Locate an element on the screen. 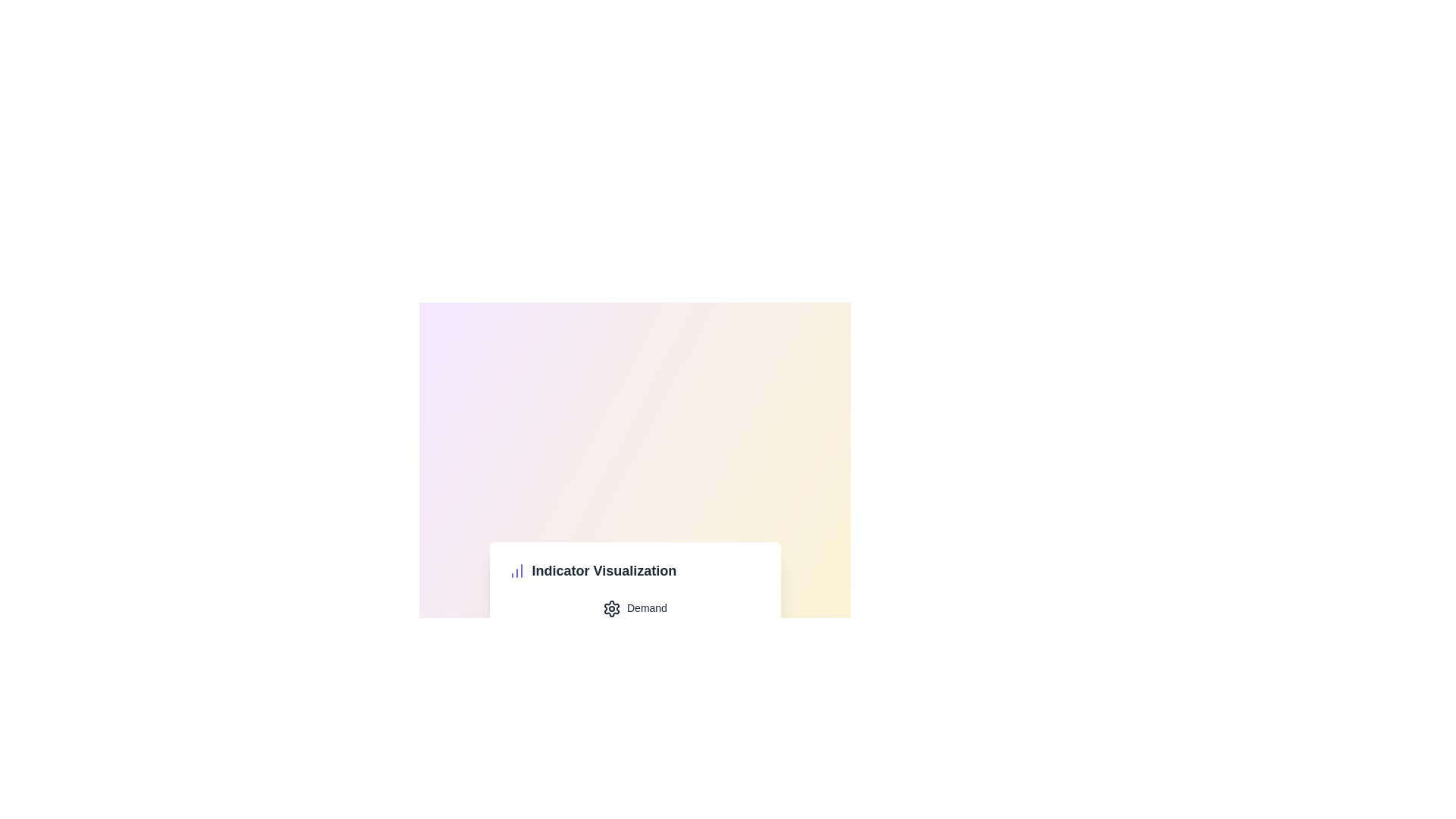  the icon next to the label Demand is located at coordinates (612, 607).